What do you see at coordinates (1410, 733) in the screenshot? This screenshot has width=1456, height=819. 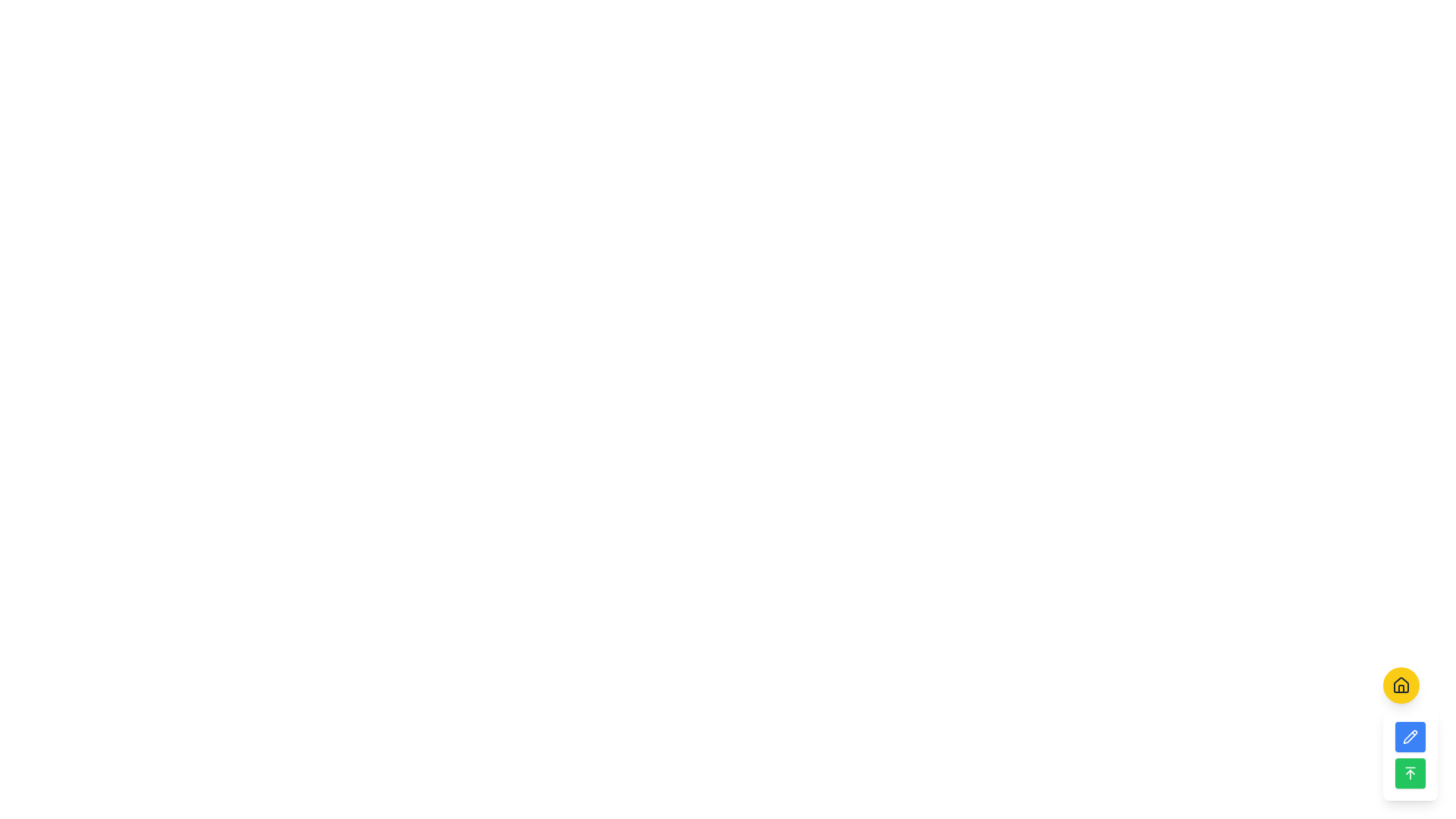 I see `the edit button located in the bottom-right corner of the interface, positioned between a yellow house button above and a green upward arrow button below` at bounding box center [1410, 733].